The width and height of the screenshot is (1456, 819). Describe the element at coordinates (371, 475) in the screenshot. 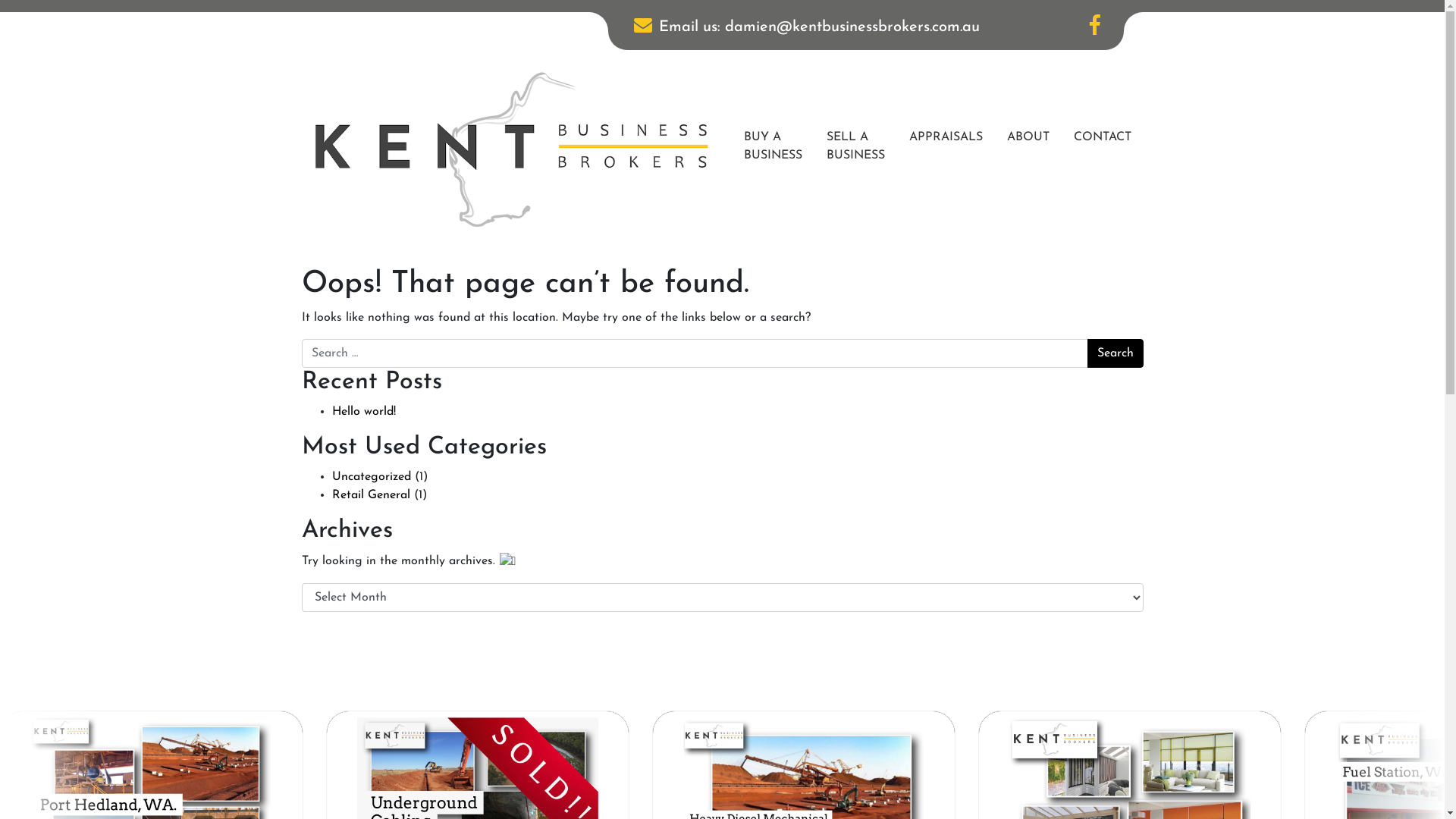

I see `'Uncategorized'` at that location.